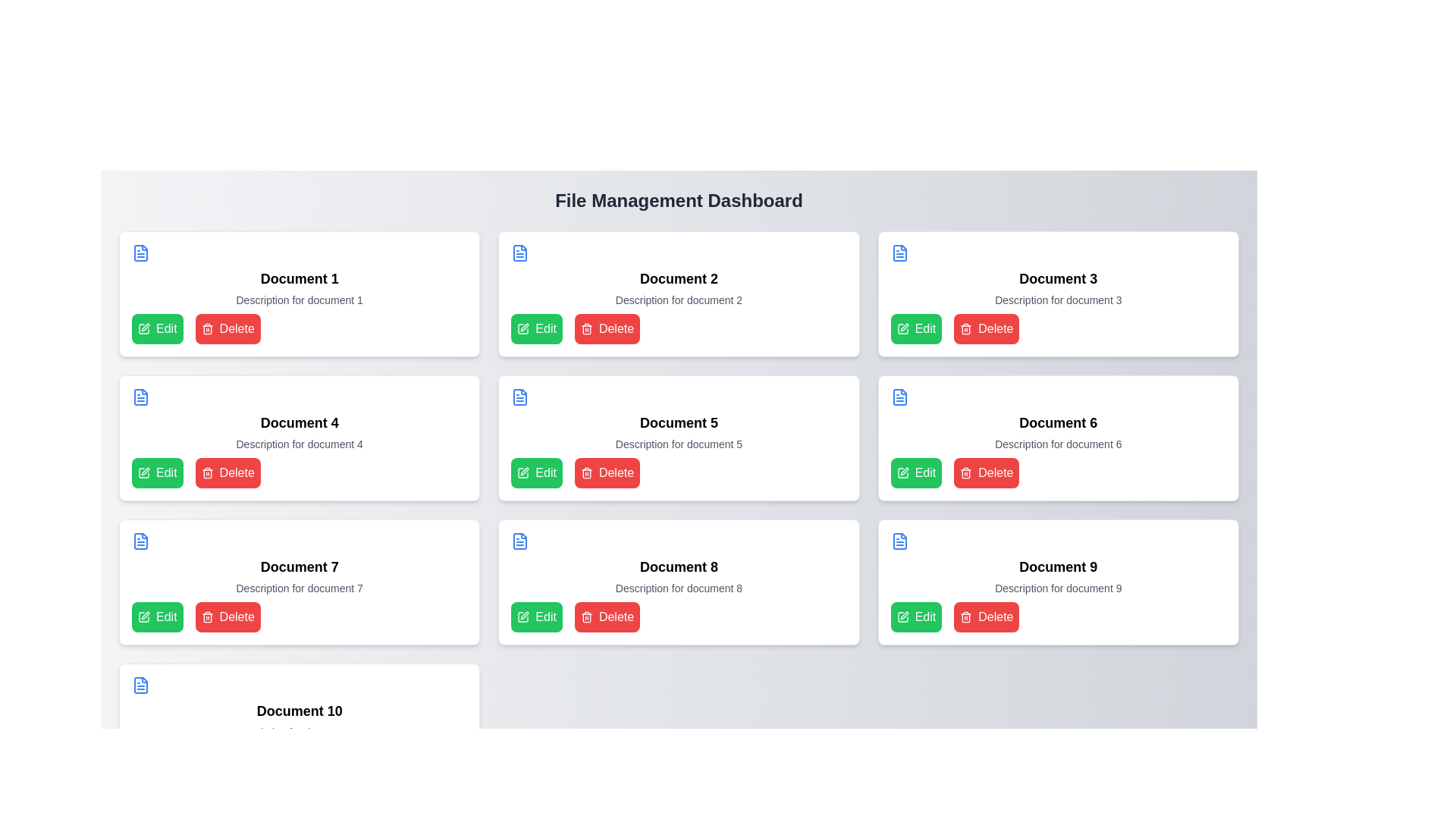 This screenshot has width=1456, height=819. Describe the element at coordinates (157, 617) in the screenshot. I see `the green 'Edit' button with white text and a pen icon on the left side, located in the 'Document 7' card component` at that location.